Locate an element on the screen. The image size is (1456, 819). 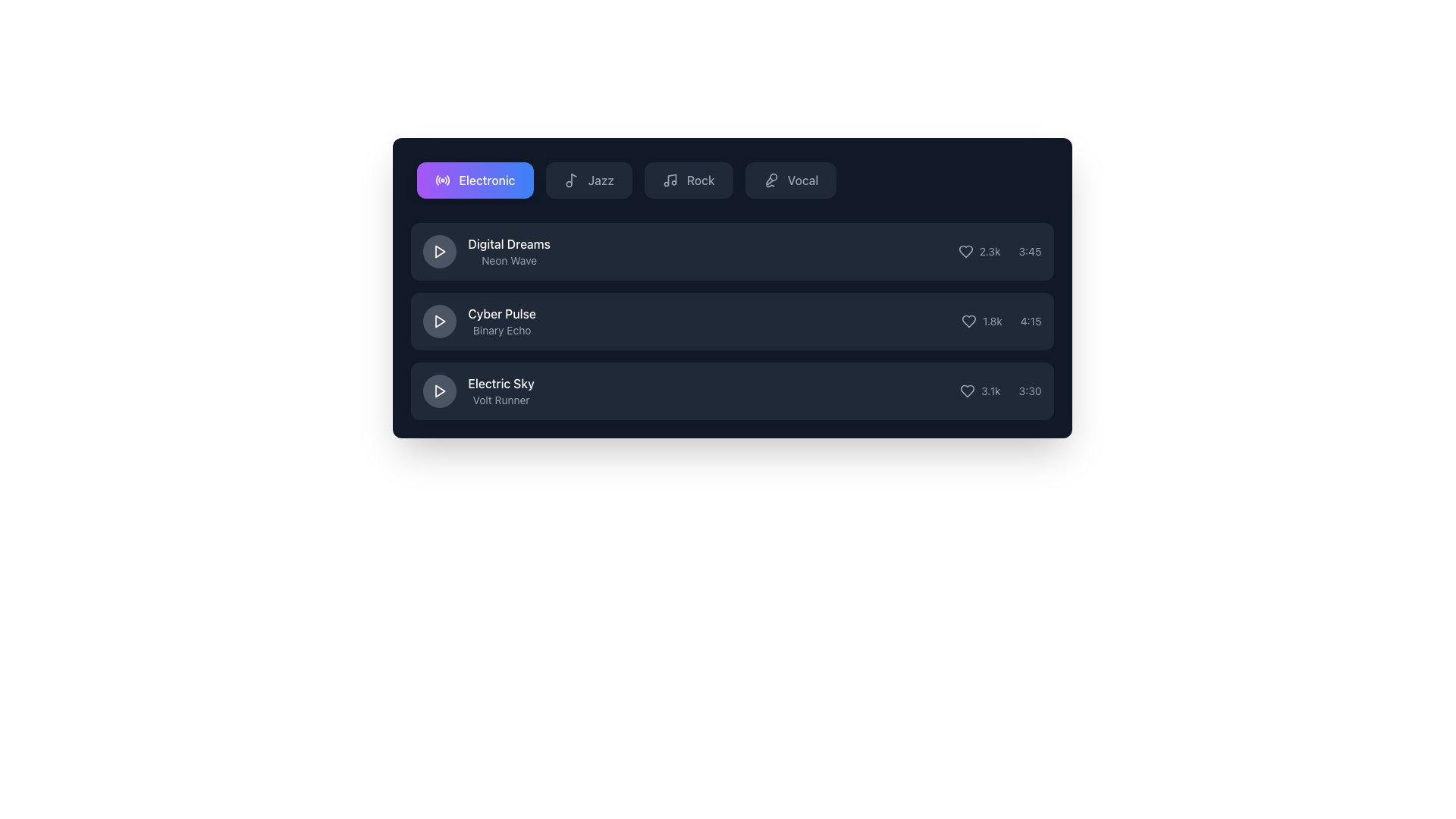
the third track entry is located at coordinates (732, 391).